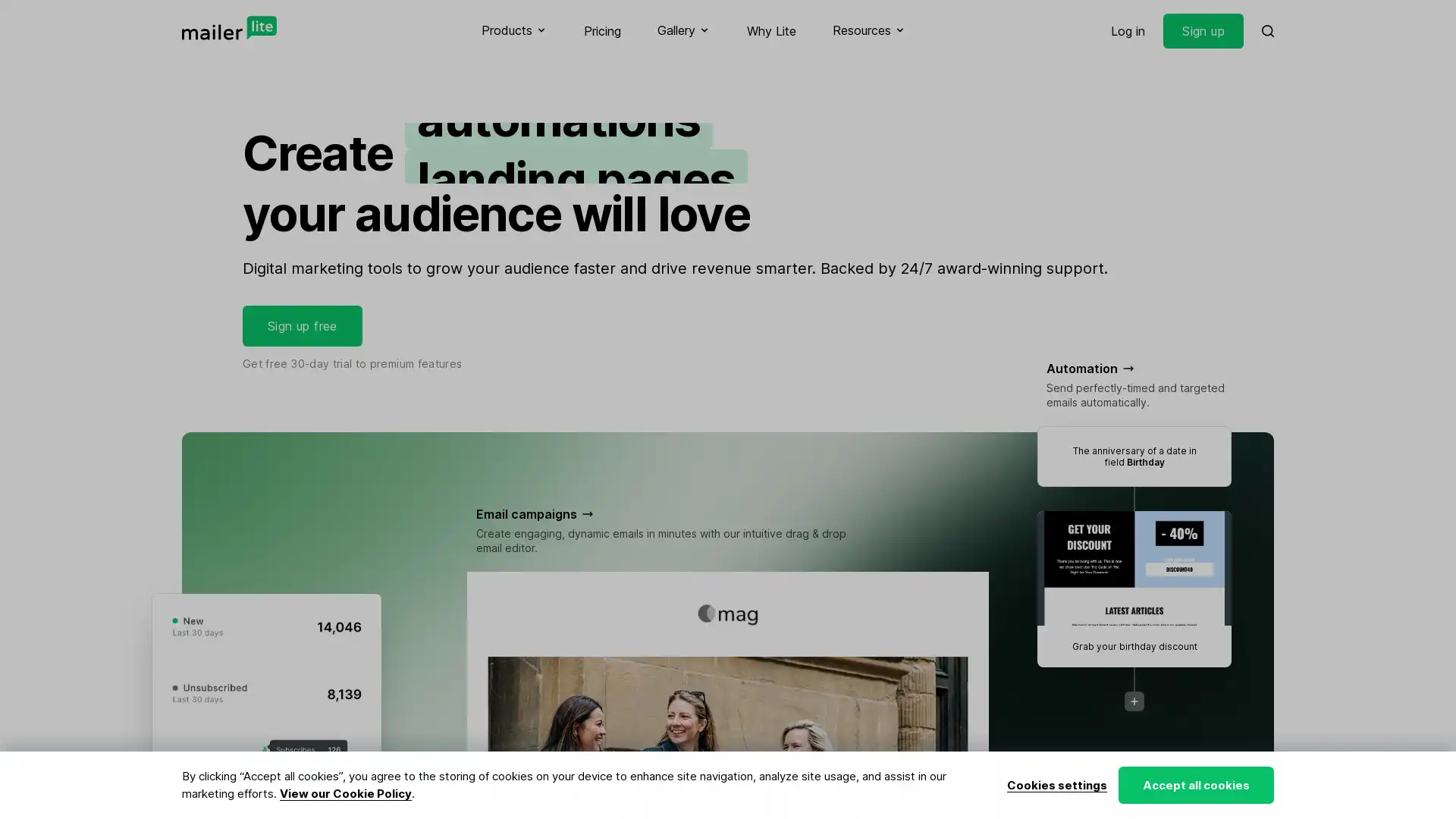 The image size is (1456, 819). What do you see at coordinates (1195, 785) in the screenshot?
I see `Accept all cookies` at bounding box center [1195, 785].